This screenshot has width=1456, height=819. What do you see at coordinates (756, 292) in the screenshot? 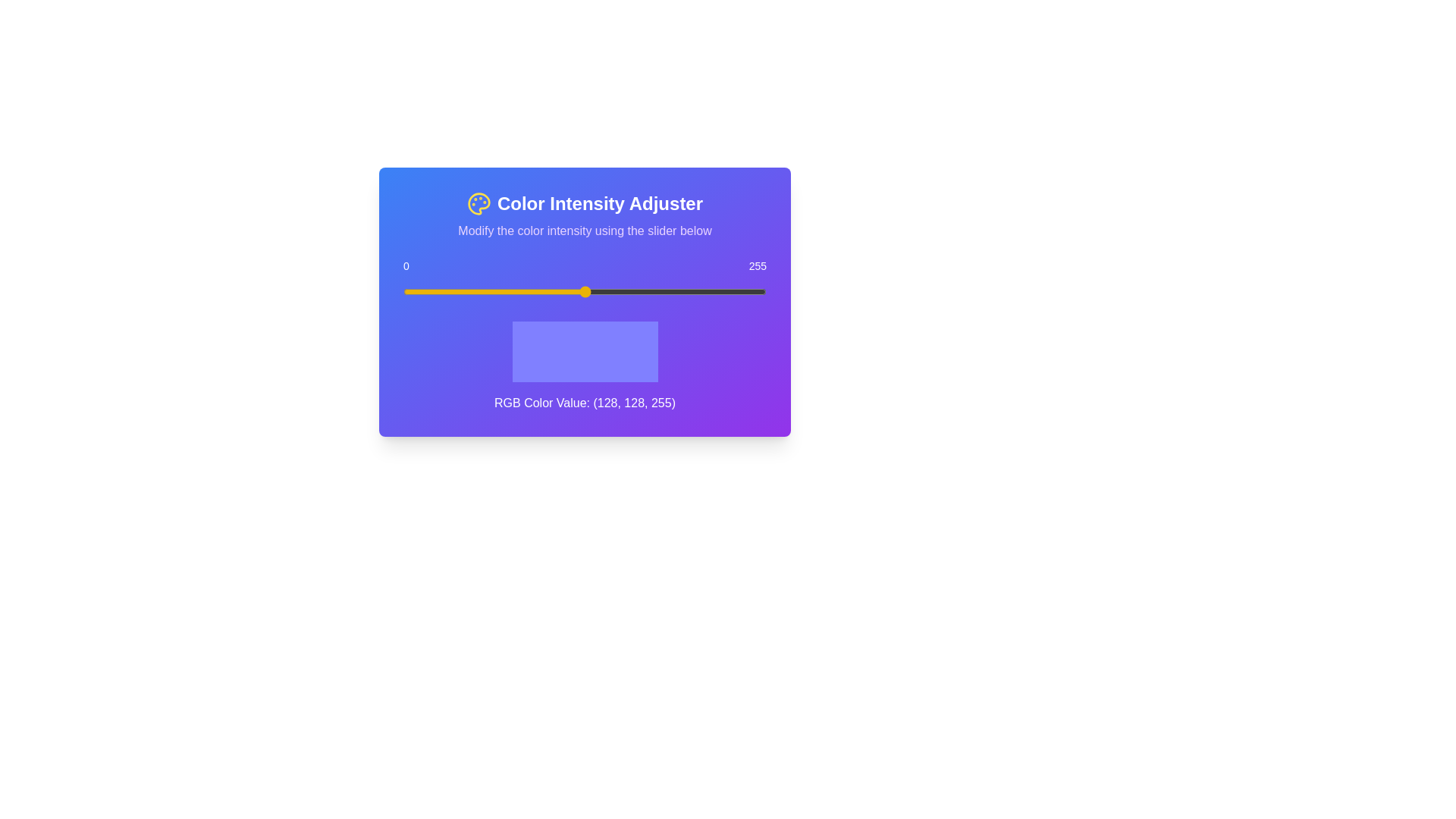
I see `the slider to set the value to 248` at bounding box center [756, 292].